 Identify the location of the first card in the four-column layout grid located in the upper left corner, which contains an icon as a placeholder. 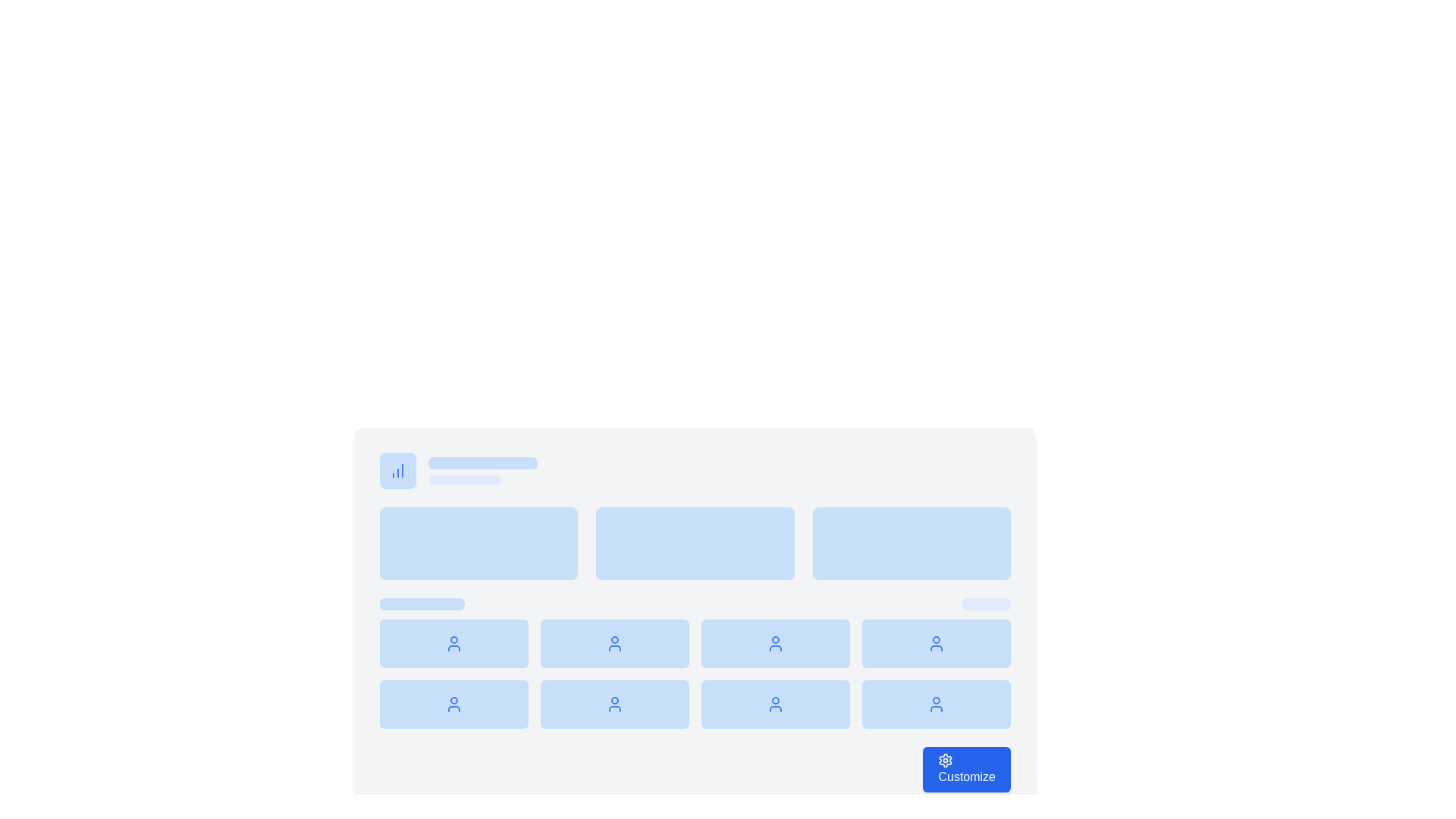
(453, 643).